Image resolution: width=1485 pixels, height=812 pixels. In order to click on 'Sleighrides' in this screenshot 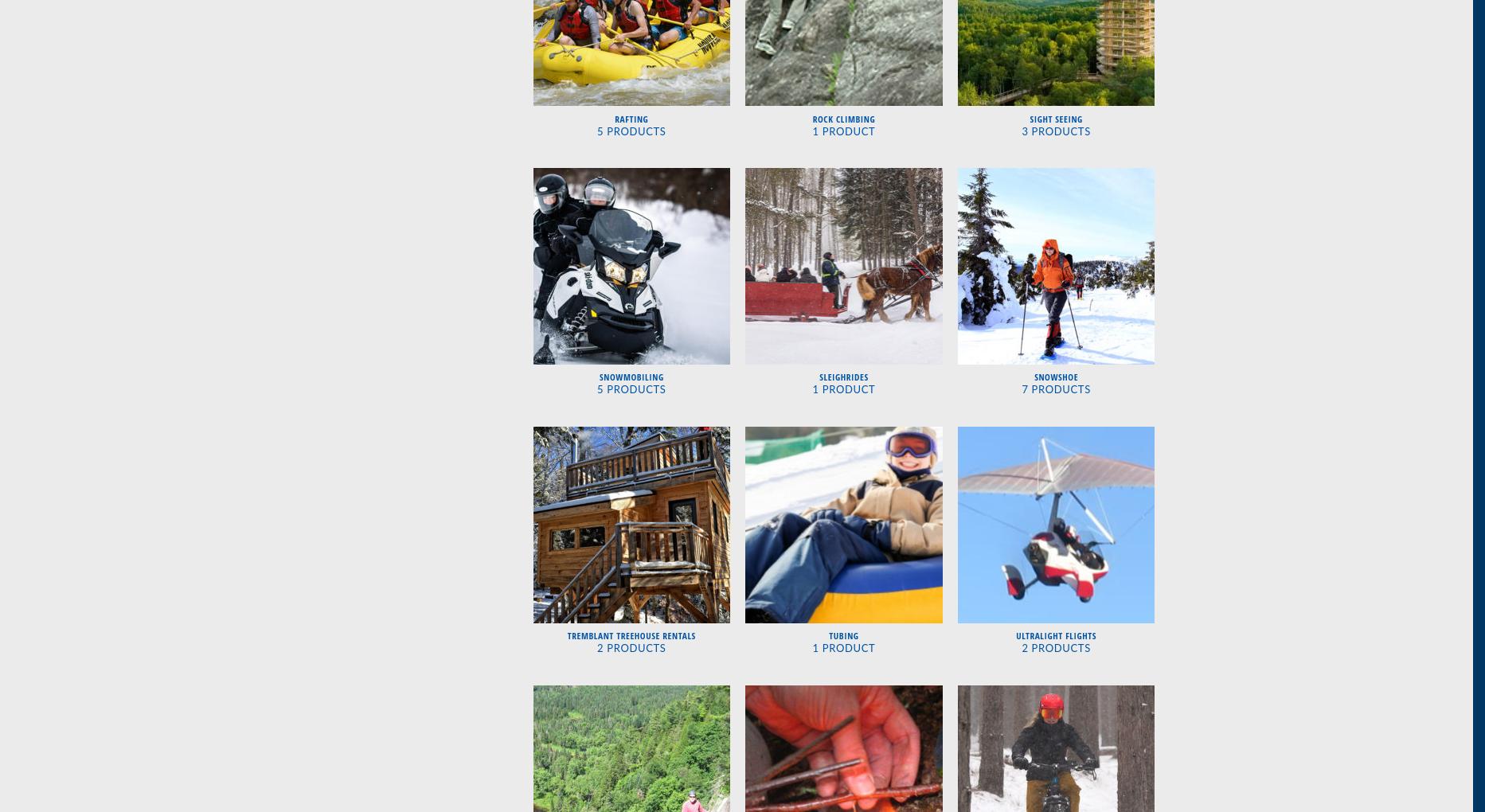, I will do `click(843, 377)`.